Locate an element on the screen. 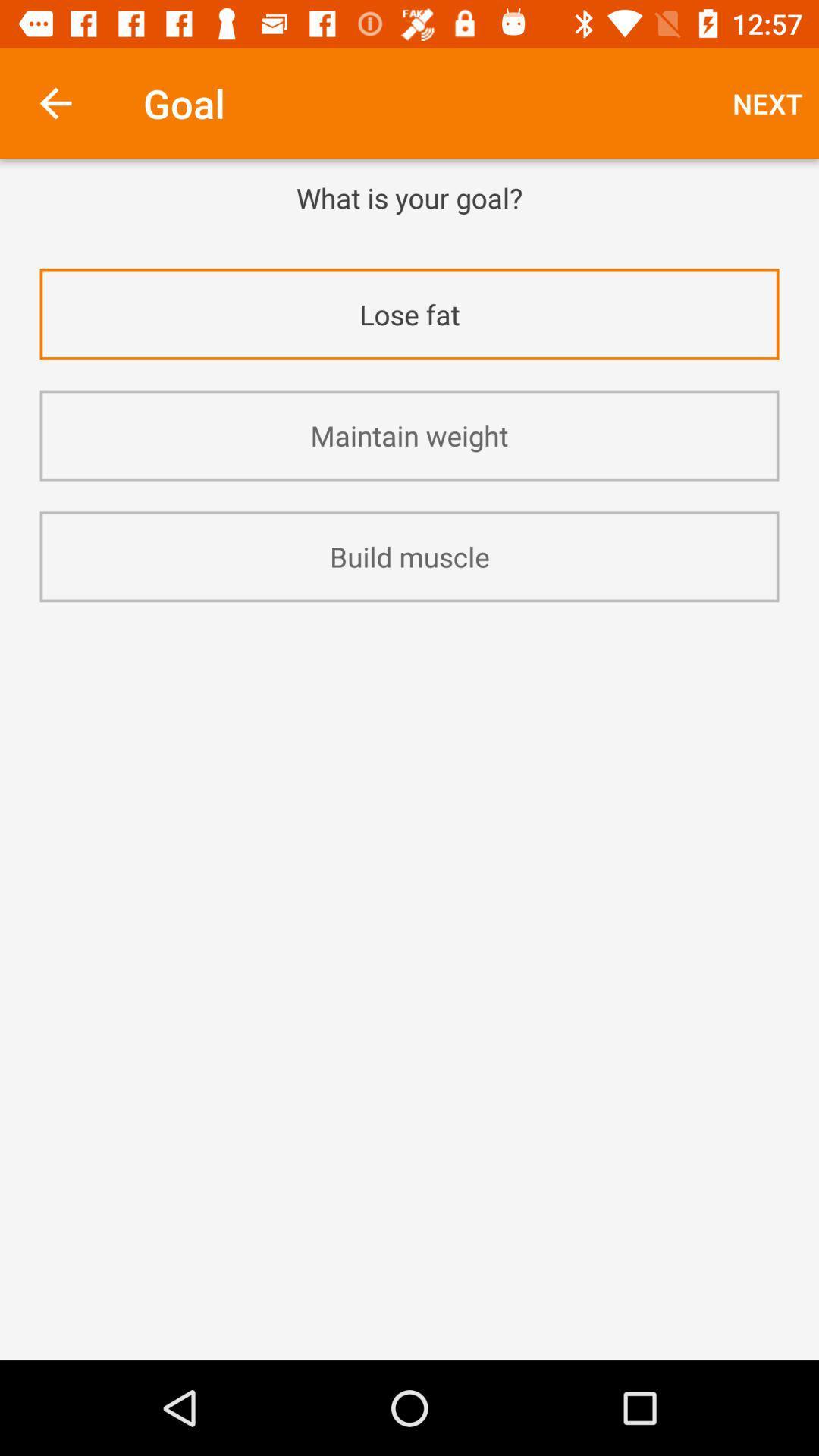 The image size is (819, 1456). lose fat icon is located at coordinates (409, 313).